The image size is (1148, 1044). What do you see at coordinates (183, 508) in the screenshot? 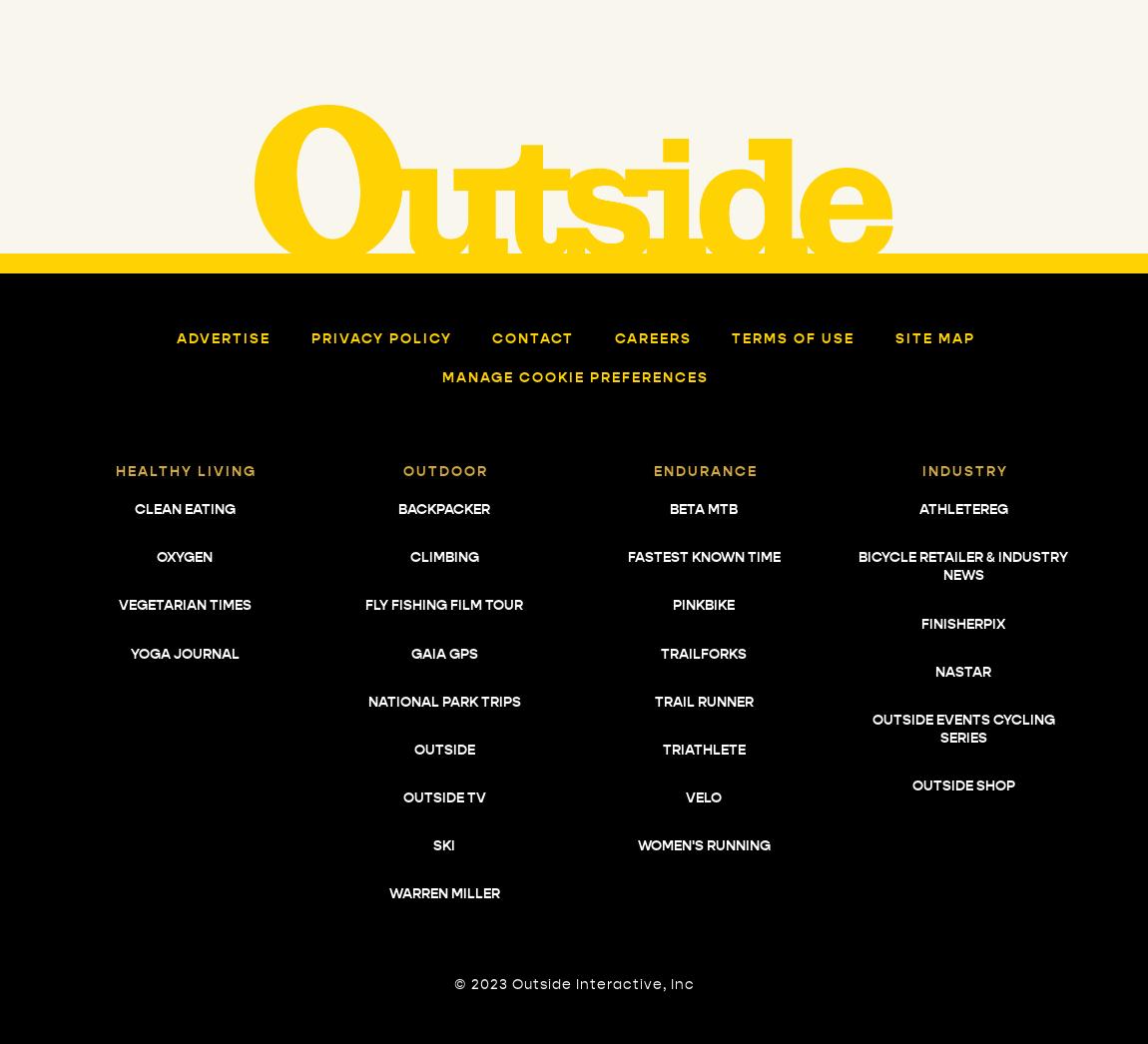
I see `'Clean Eating'` at bounding box center [183, 508].